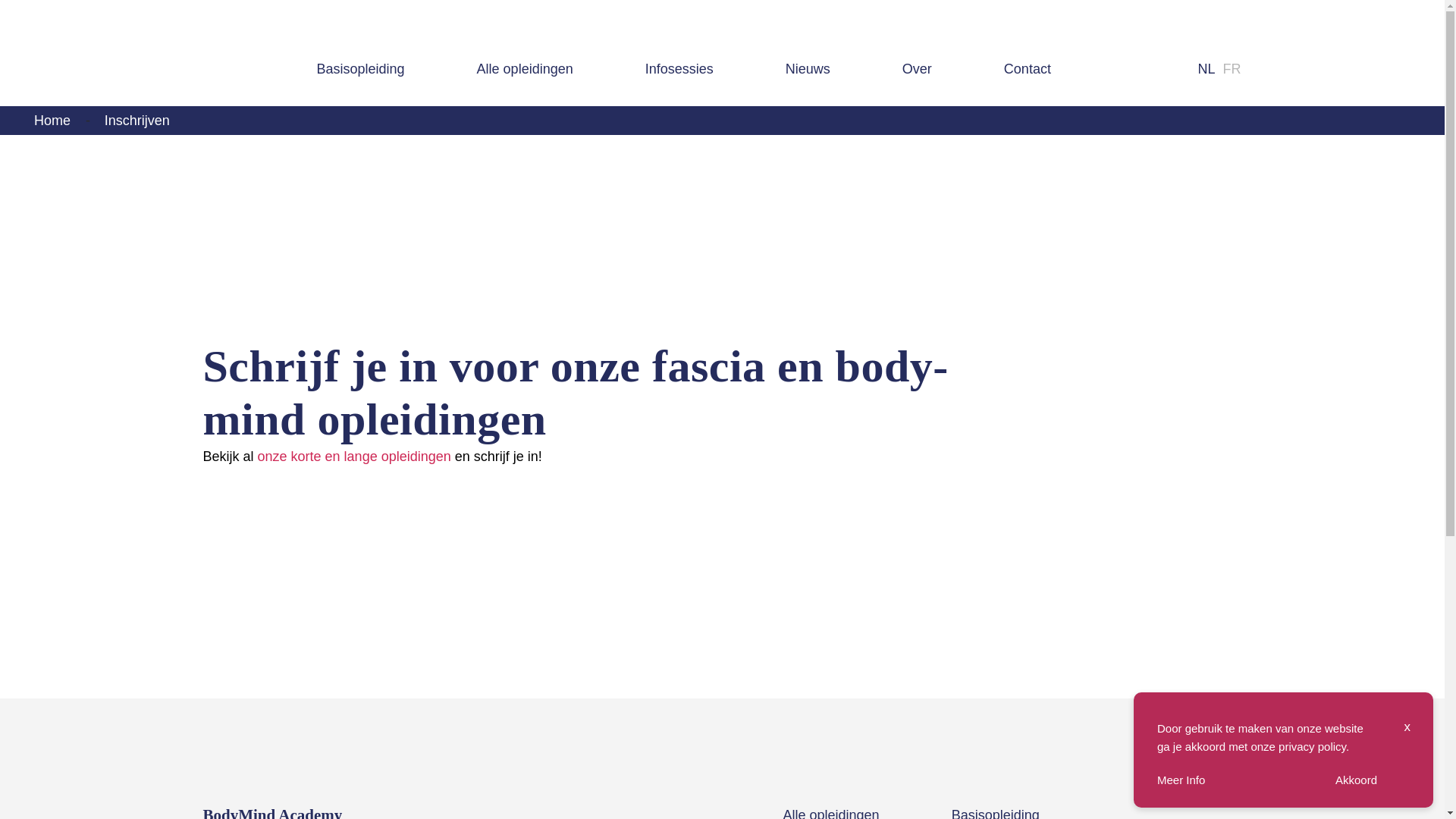 The width and height of the screenshot is (1456, 819). I want to click on 'onze korte en lange opleidingen', so click(353, 456).